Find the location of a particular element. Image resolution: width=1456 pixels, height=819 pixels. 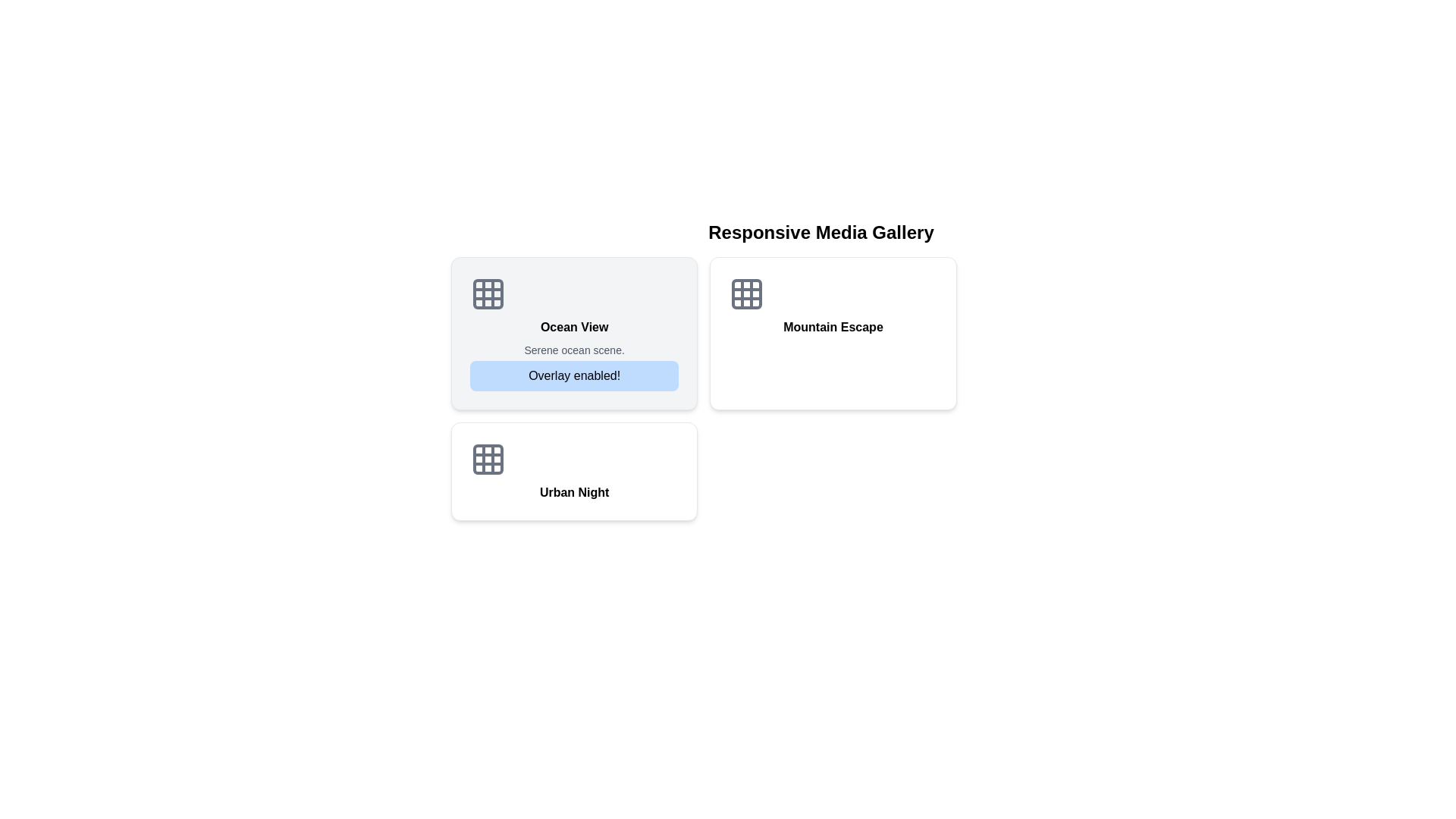

the grid-like square icon located in the upper-left corner of the 'Mountain Escape' card, which has a dark gray outline and a 3x3 grid inside is located at coordinates (747, 294).